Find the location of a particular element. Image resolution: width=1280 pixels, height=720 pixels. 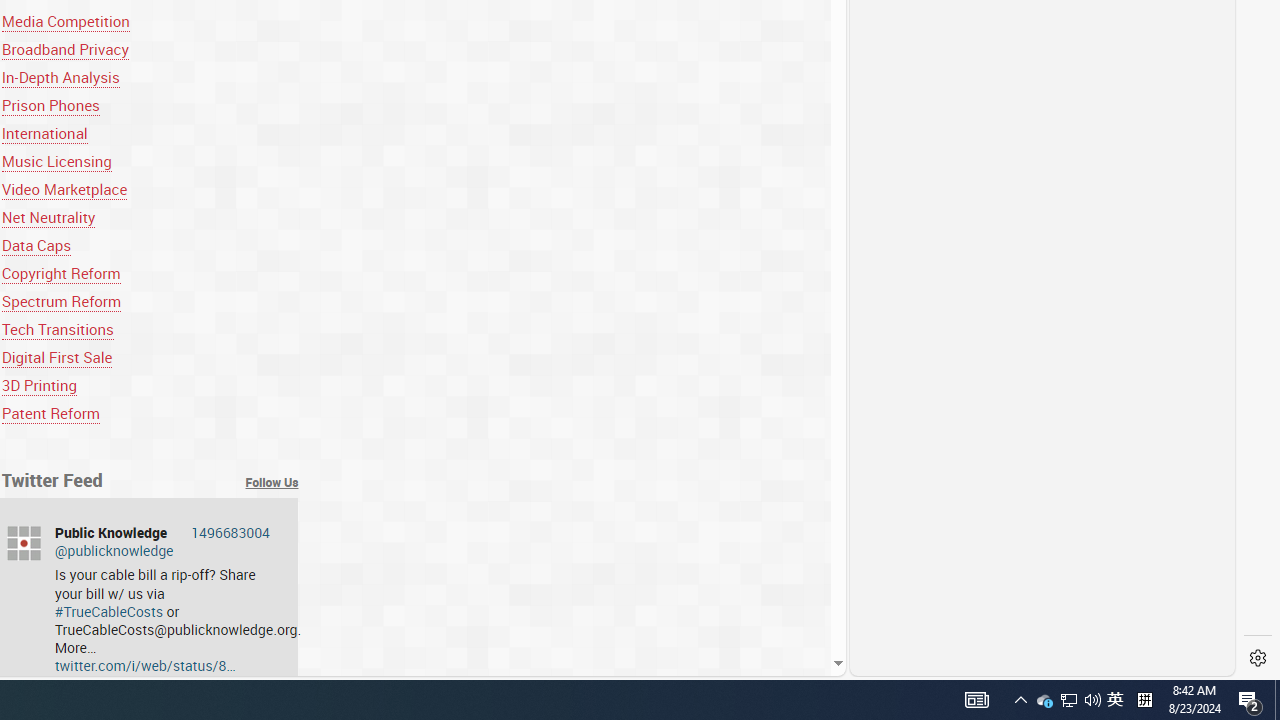

'Broadband Privacy' is located at coordinates (65, 48).